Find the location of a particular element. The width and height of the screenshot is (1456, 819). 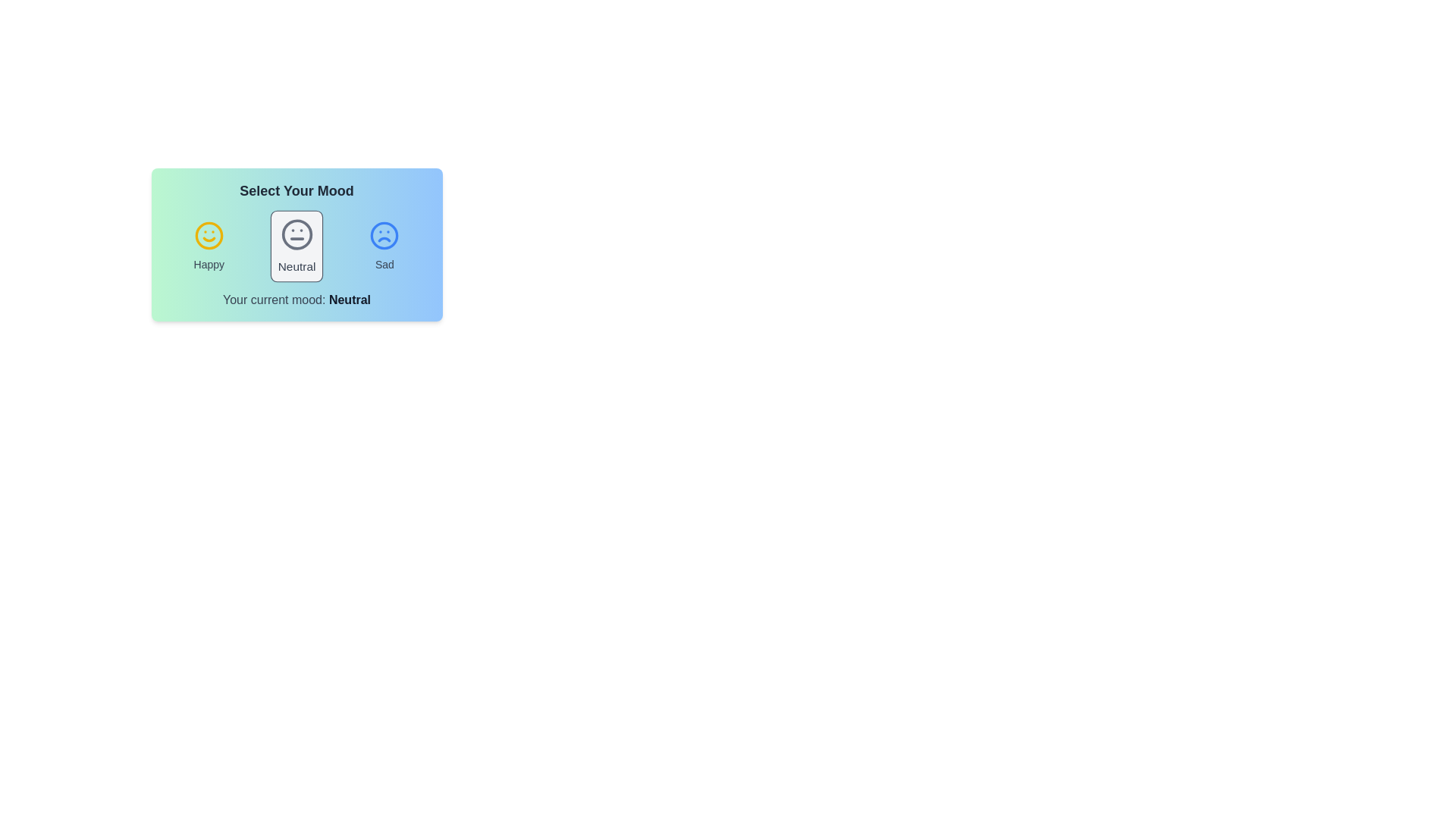

the mood sad by clicking on the respective icon is located at coordinates (384, 245).